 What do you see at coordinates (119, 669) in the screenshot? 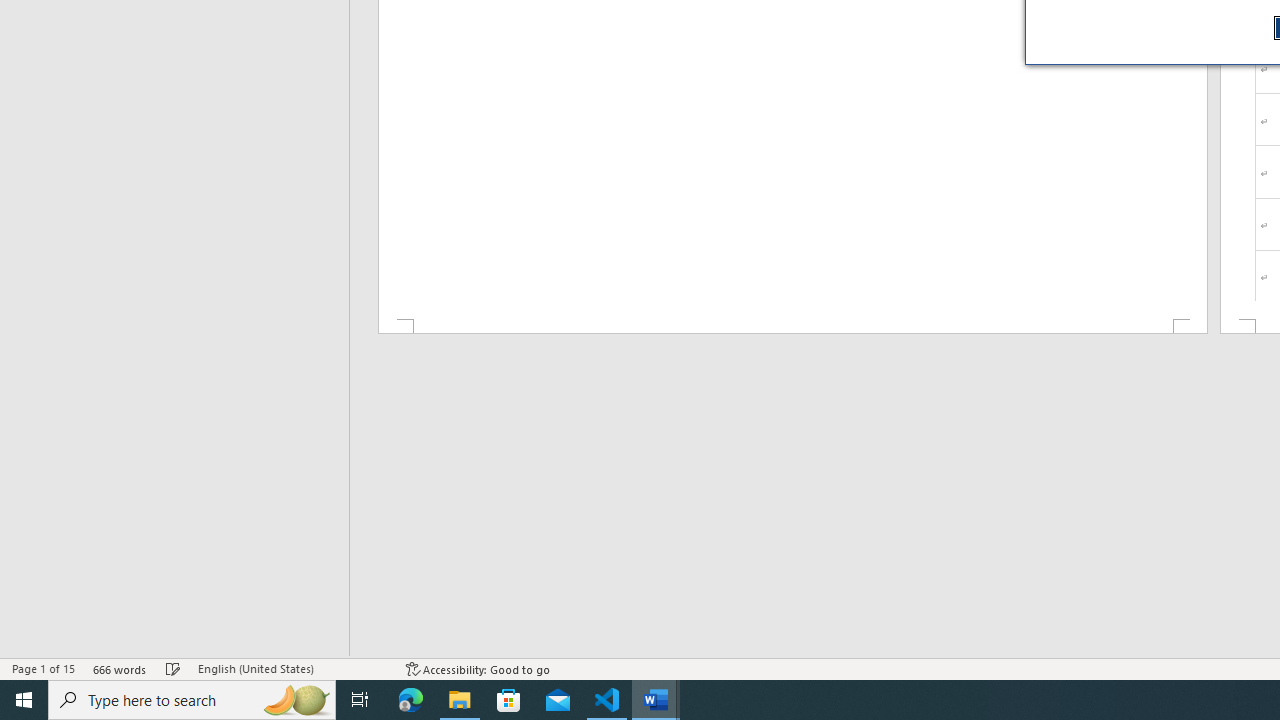
I see `'Word Count 666 words'` at bounding box center [119, 669].